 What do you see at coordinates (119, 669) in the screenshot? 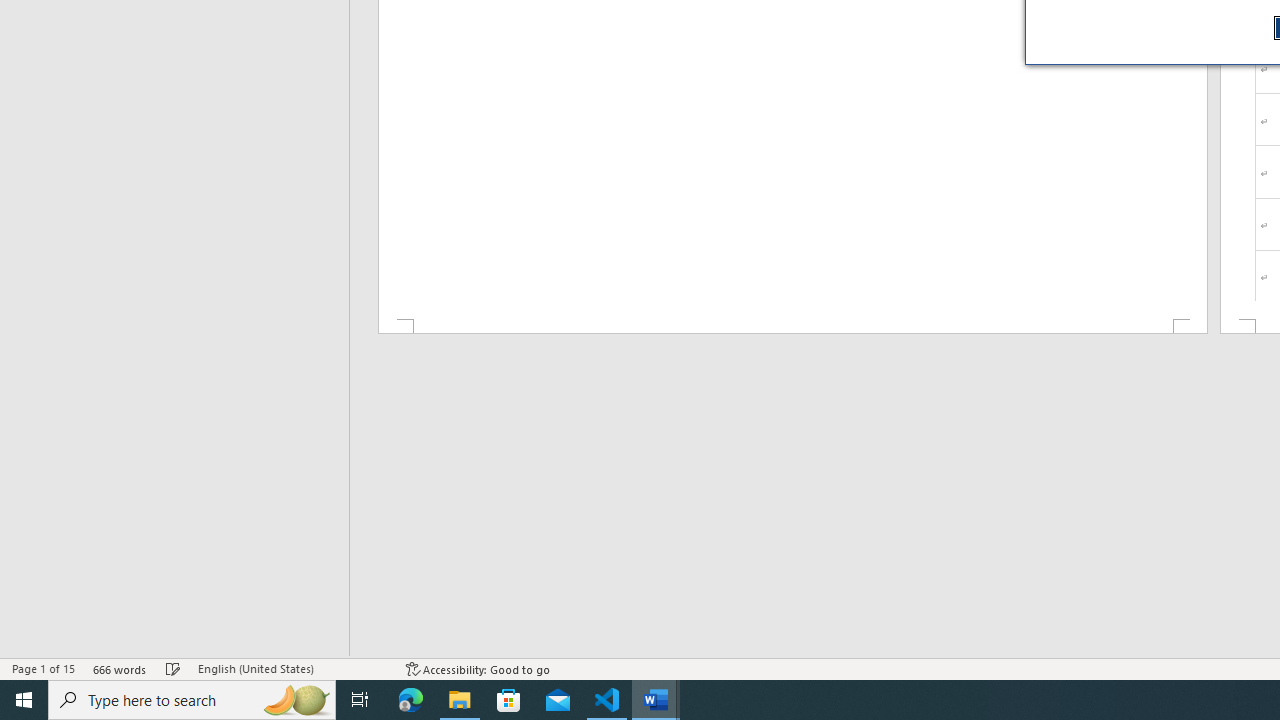
I see `'Word Count 666 words'` at bounding box center [119, 669].